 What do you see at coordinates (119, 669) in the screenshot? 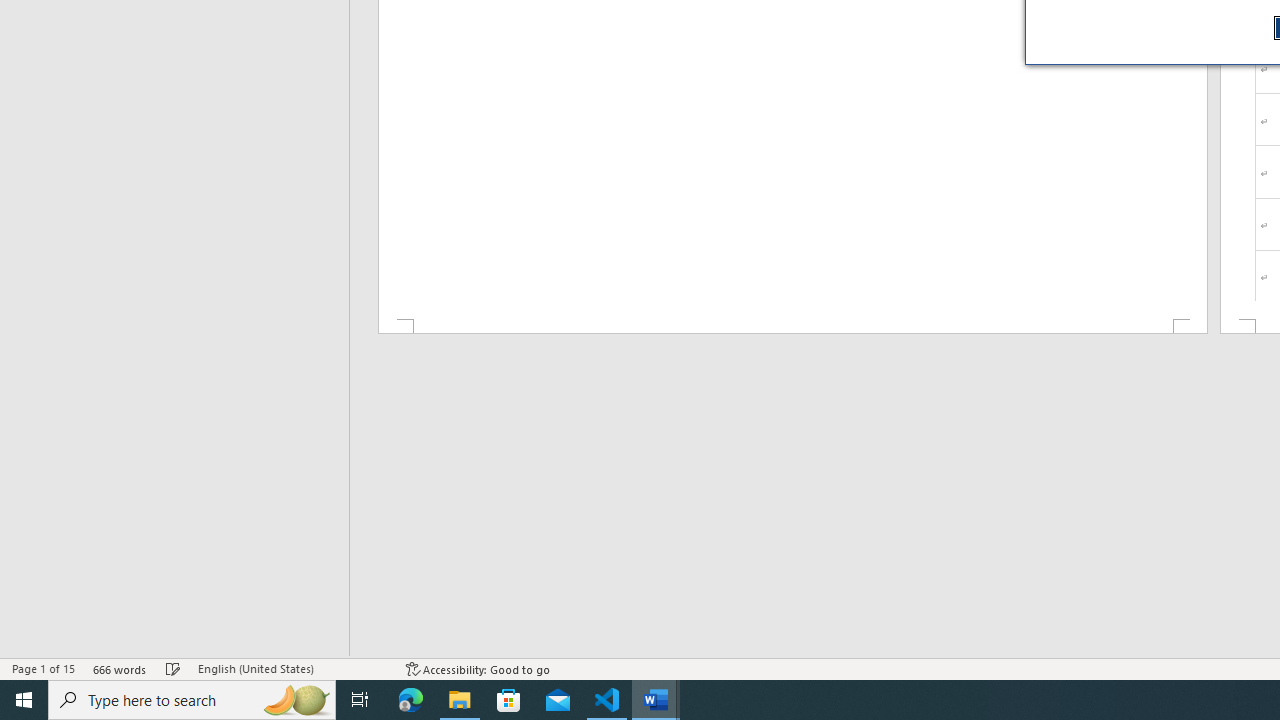
I see `'Word Count 666 words'` at bounding box center [119, 669].